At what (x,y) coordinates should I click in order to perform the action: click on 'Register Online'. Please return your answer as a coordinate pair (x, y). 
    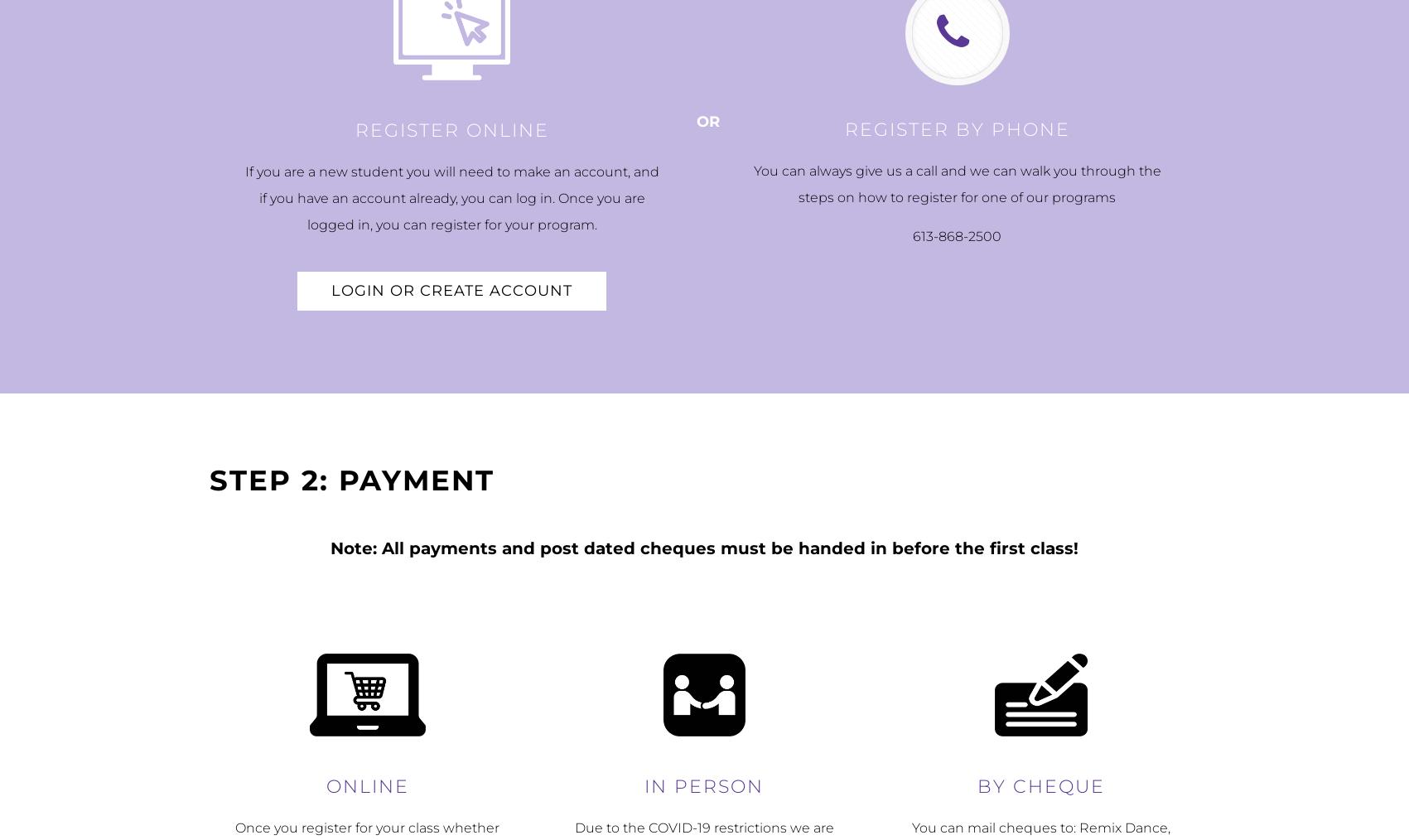
    Looking at the image, I should click on (451, 130).